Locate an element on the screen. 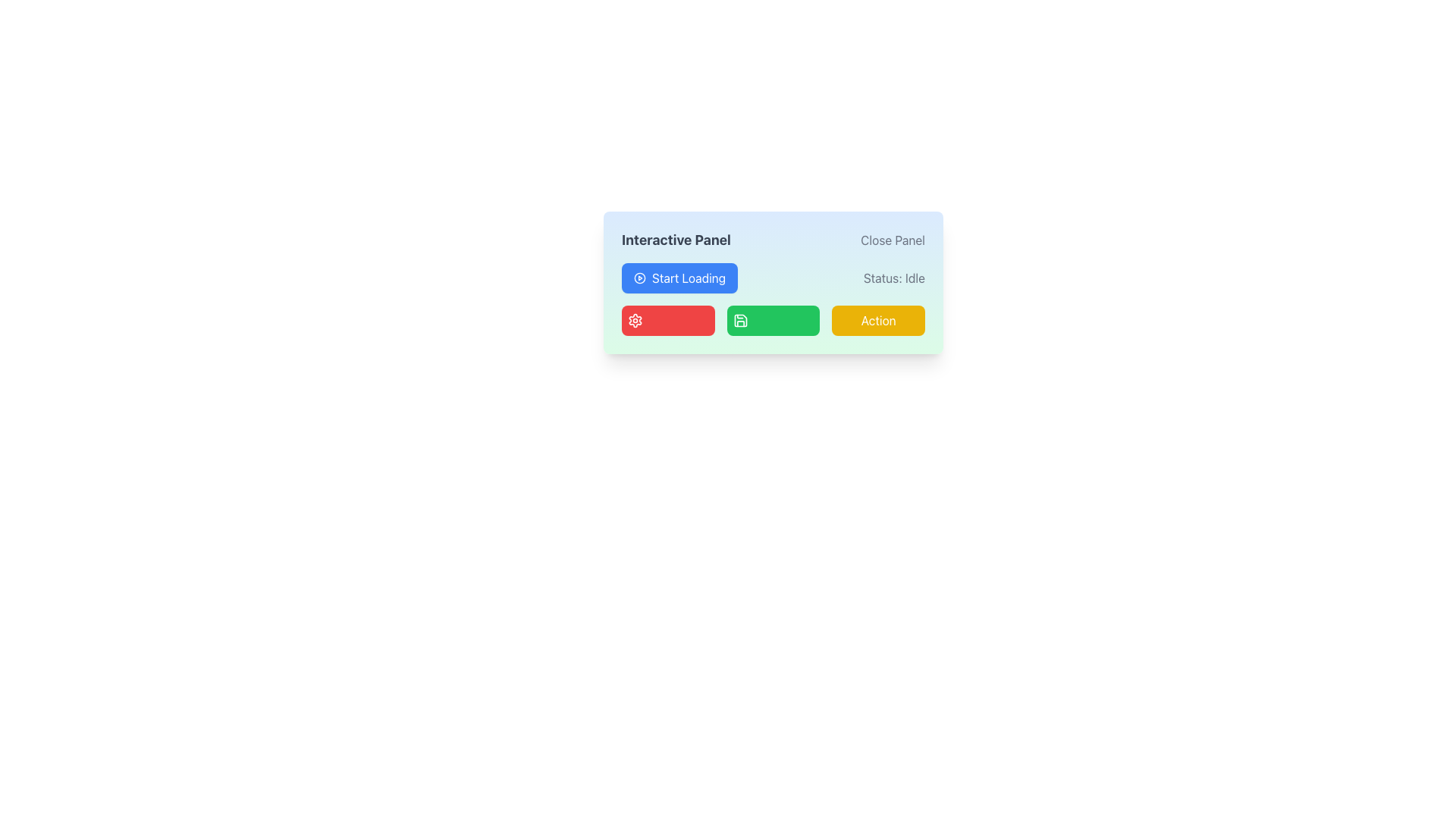 The height and width of the screenshot is (819, 1456). the behavior of the circular graphical component located at the center of the play button icon, which is situated to the left of the 'Start Loading' button is located at coordinates (640, 278).